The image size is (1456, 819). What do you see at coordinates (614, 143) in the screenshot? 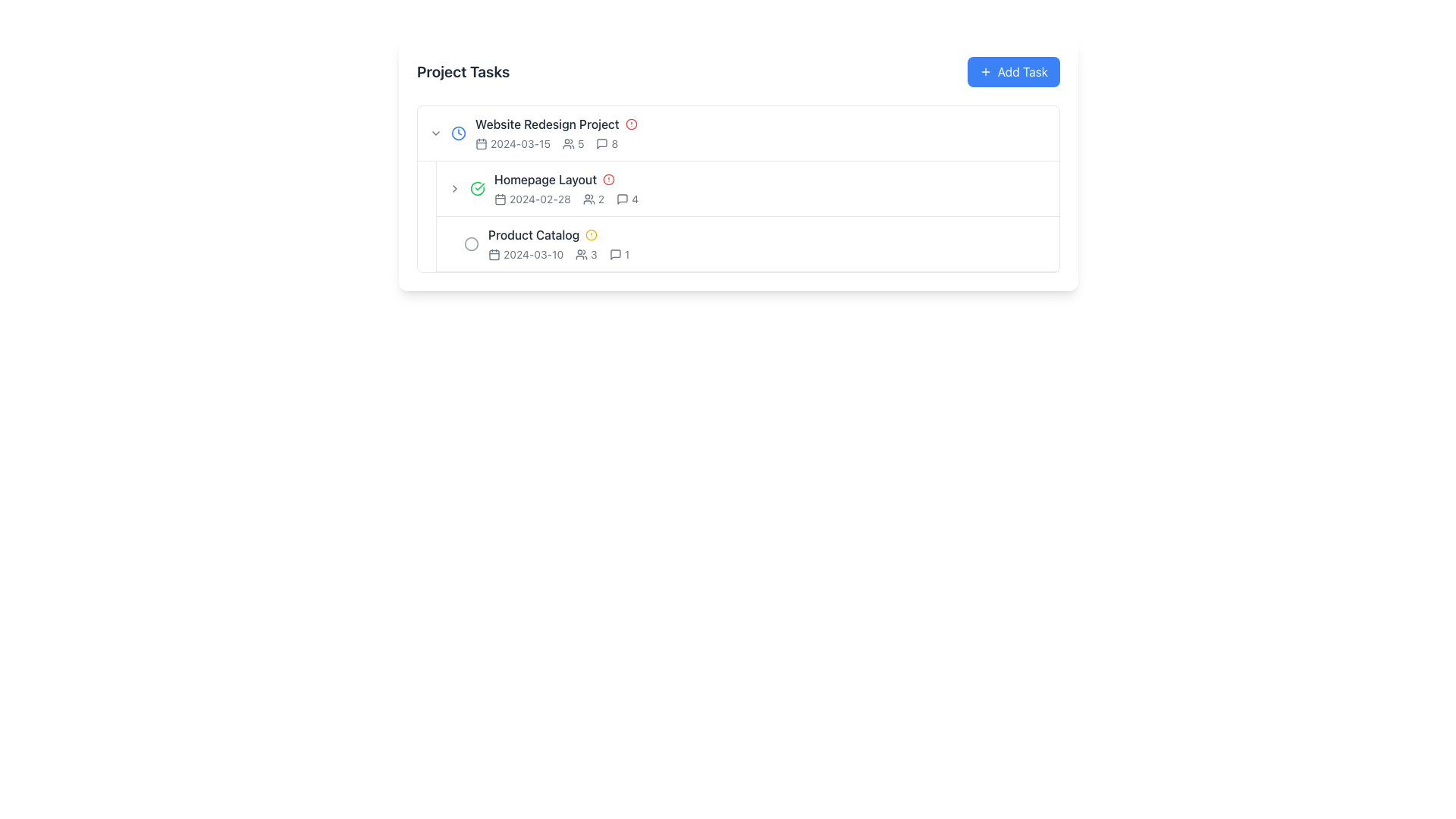
I see `the static text label displaying the count of comments associated with the 'Website Redesign Project', located to the right of the speech bubble icon` at bounding box center [614, 143].